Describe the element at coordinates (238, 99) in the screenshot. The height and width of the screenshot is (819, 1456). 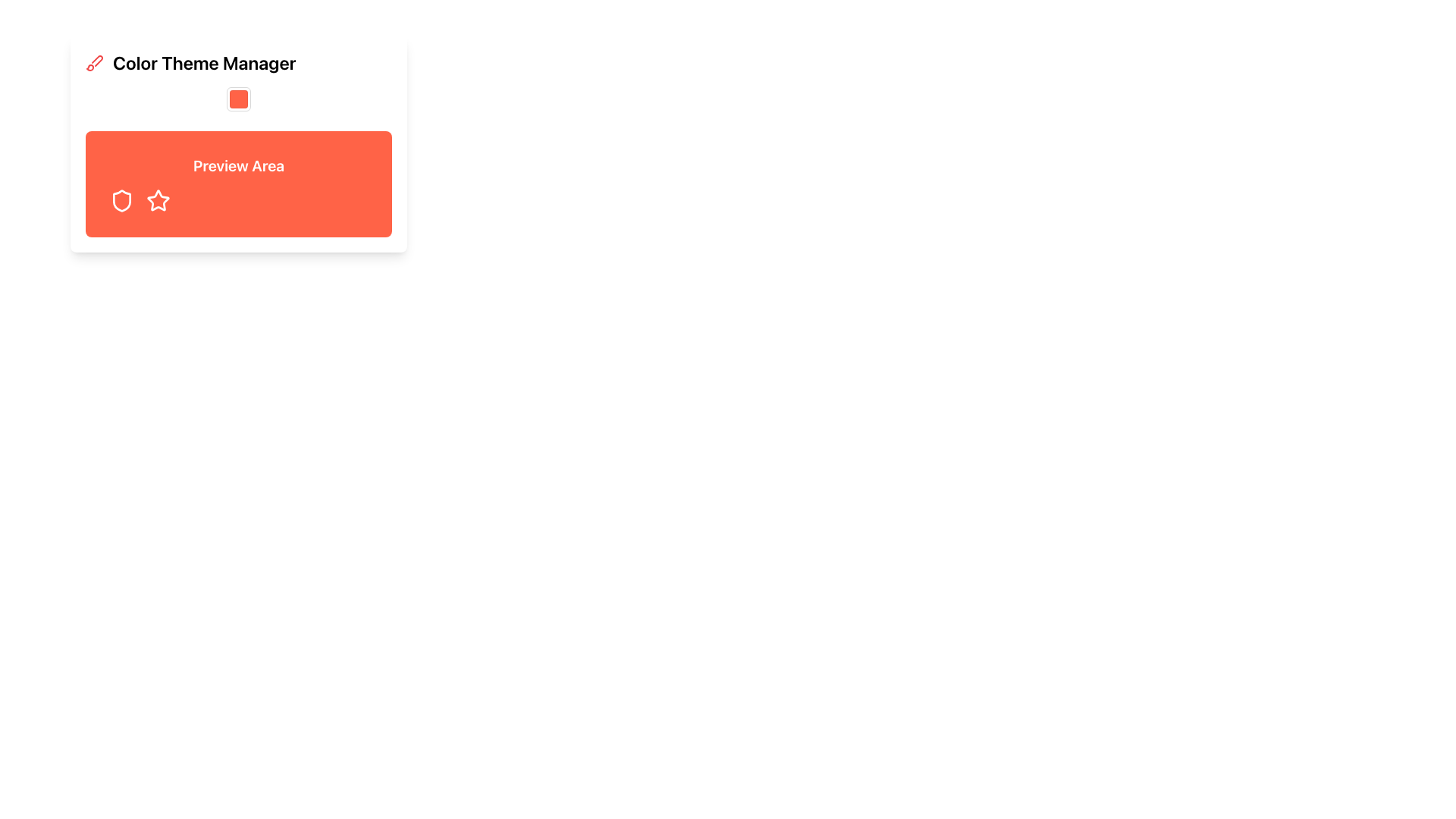
I see `the small square with rounded corners and a red background, located directly below the 'Color Theme Manager' text` at that location.